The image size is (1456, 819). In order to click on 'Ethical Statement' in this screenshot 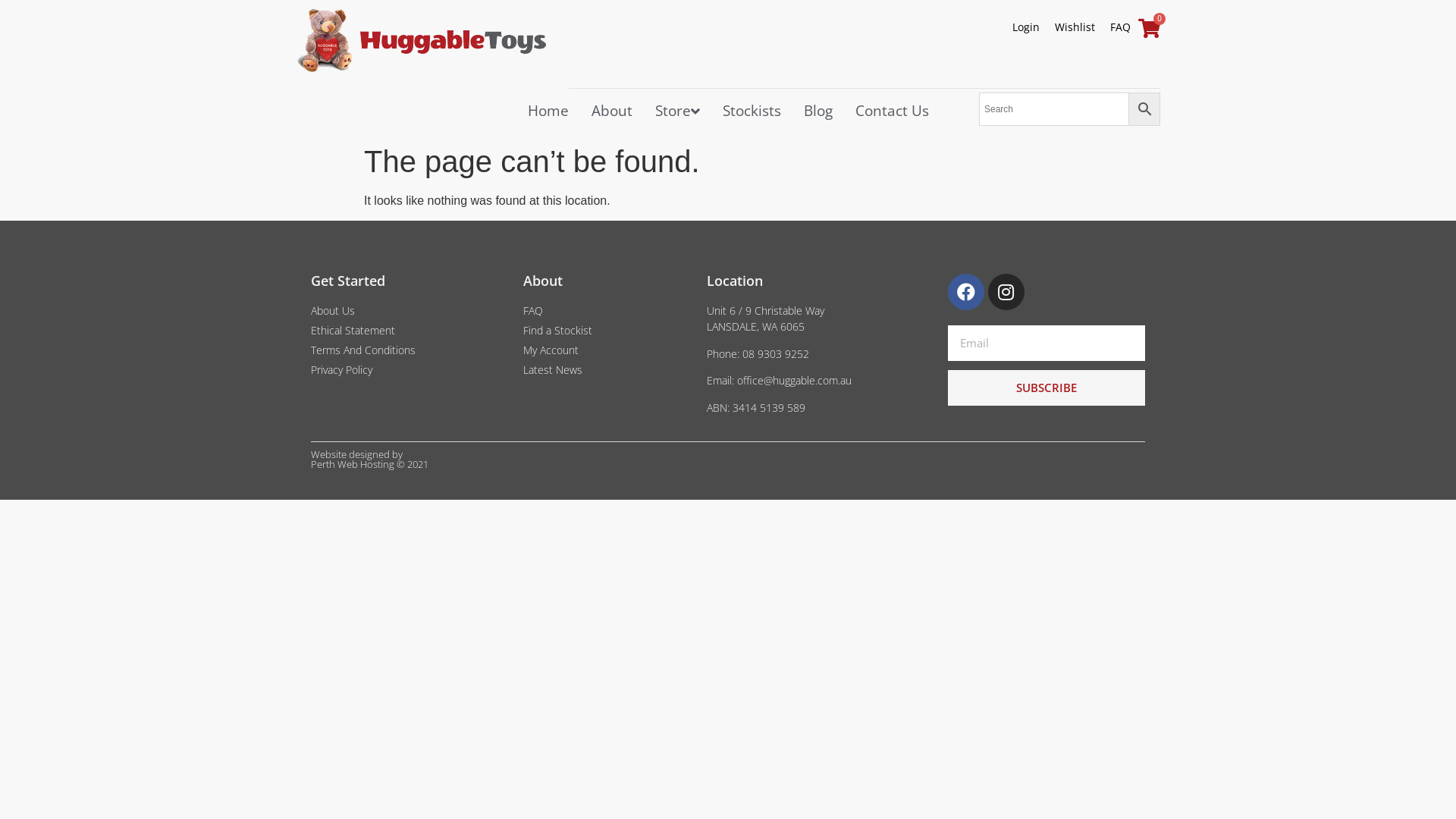, I will do `click(409, 329)`.